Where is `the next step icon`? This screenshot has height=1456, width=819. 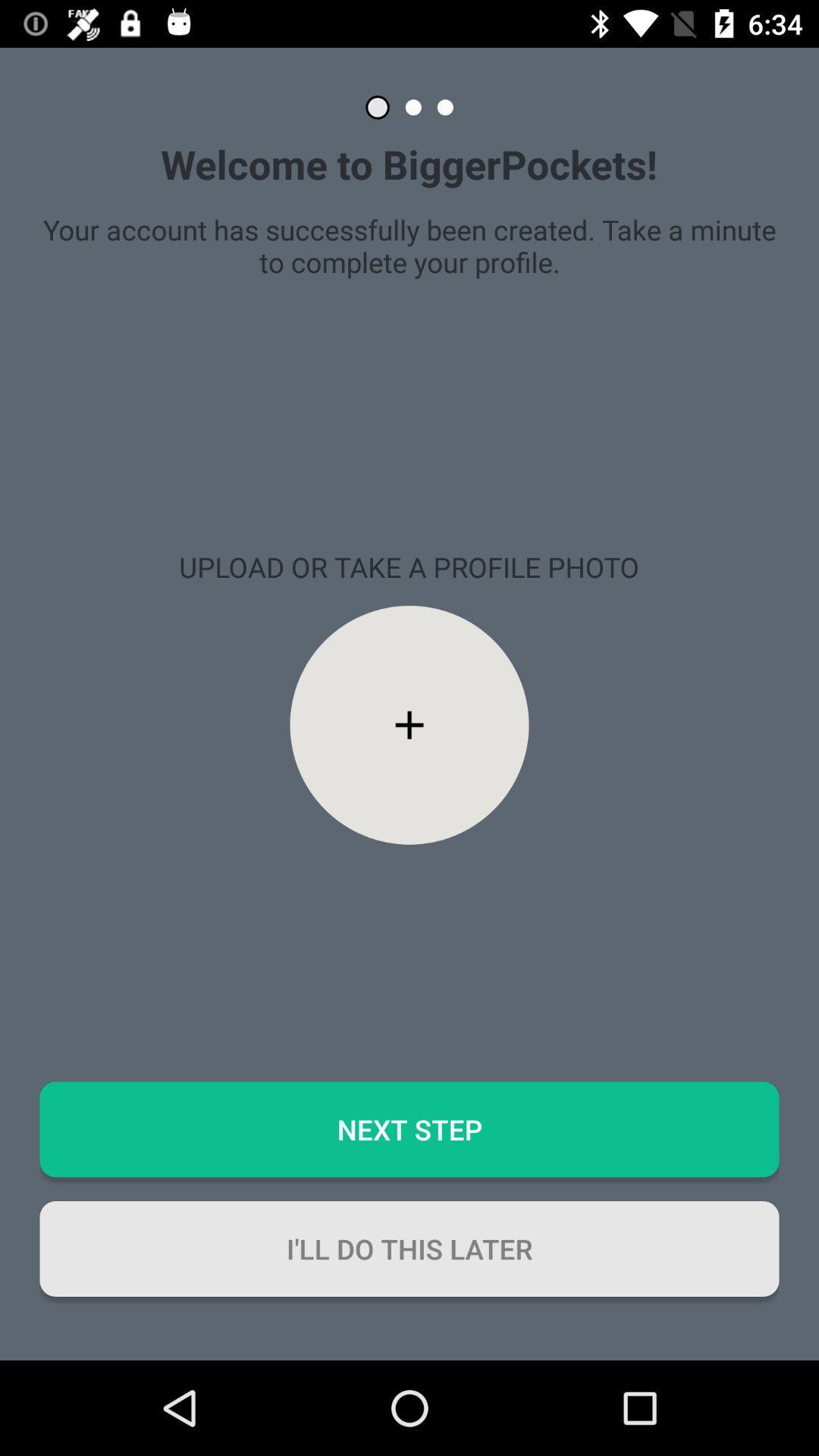 the next step icon is located at coordinates (409, 1129).